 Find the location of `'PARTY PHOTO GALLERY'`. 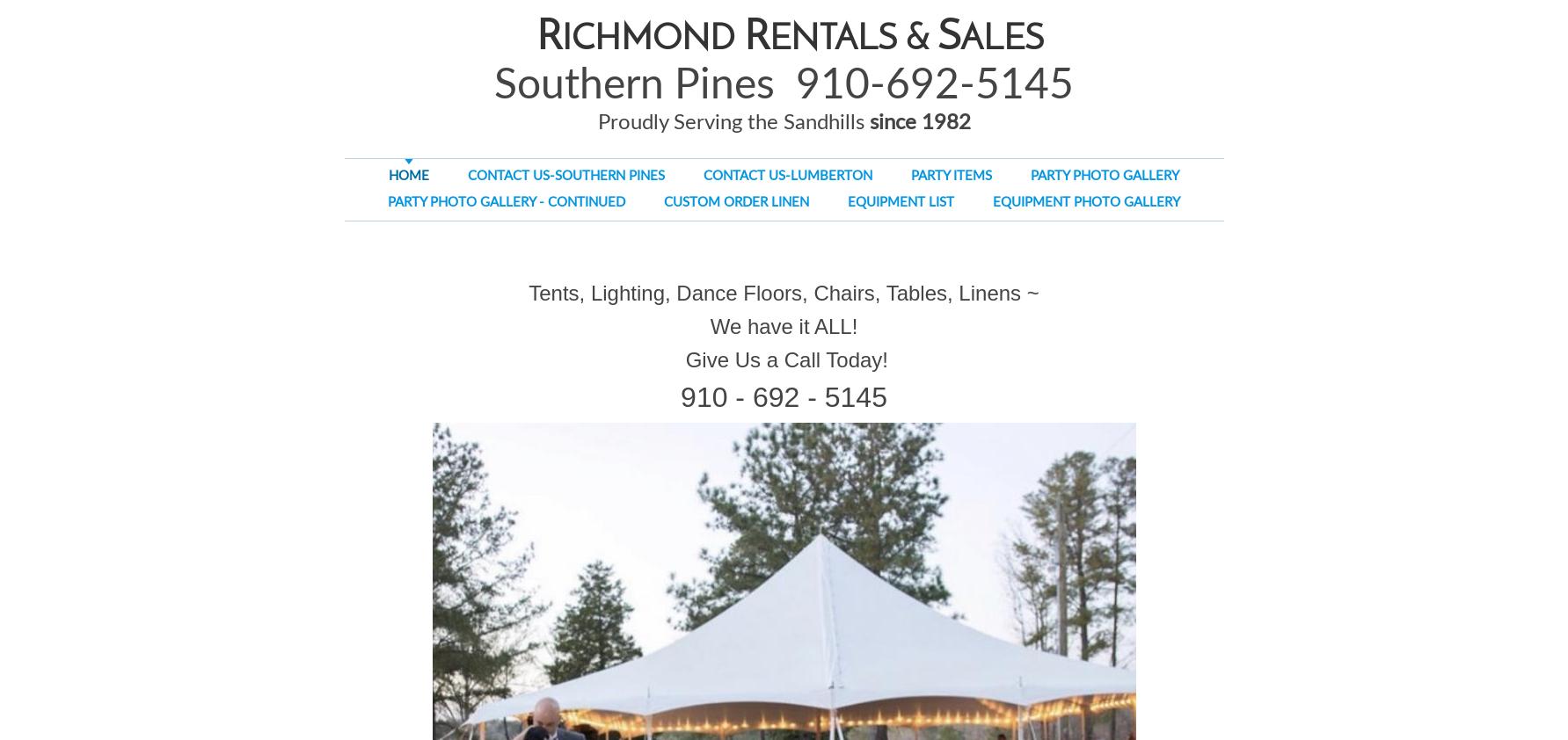

'PARTY PHOTO GALLERY' is located at coordinates (1029, 175).